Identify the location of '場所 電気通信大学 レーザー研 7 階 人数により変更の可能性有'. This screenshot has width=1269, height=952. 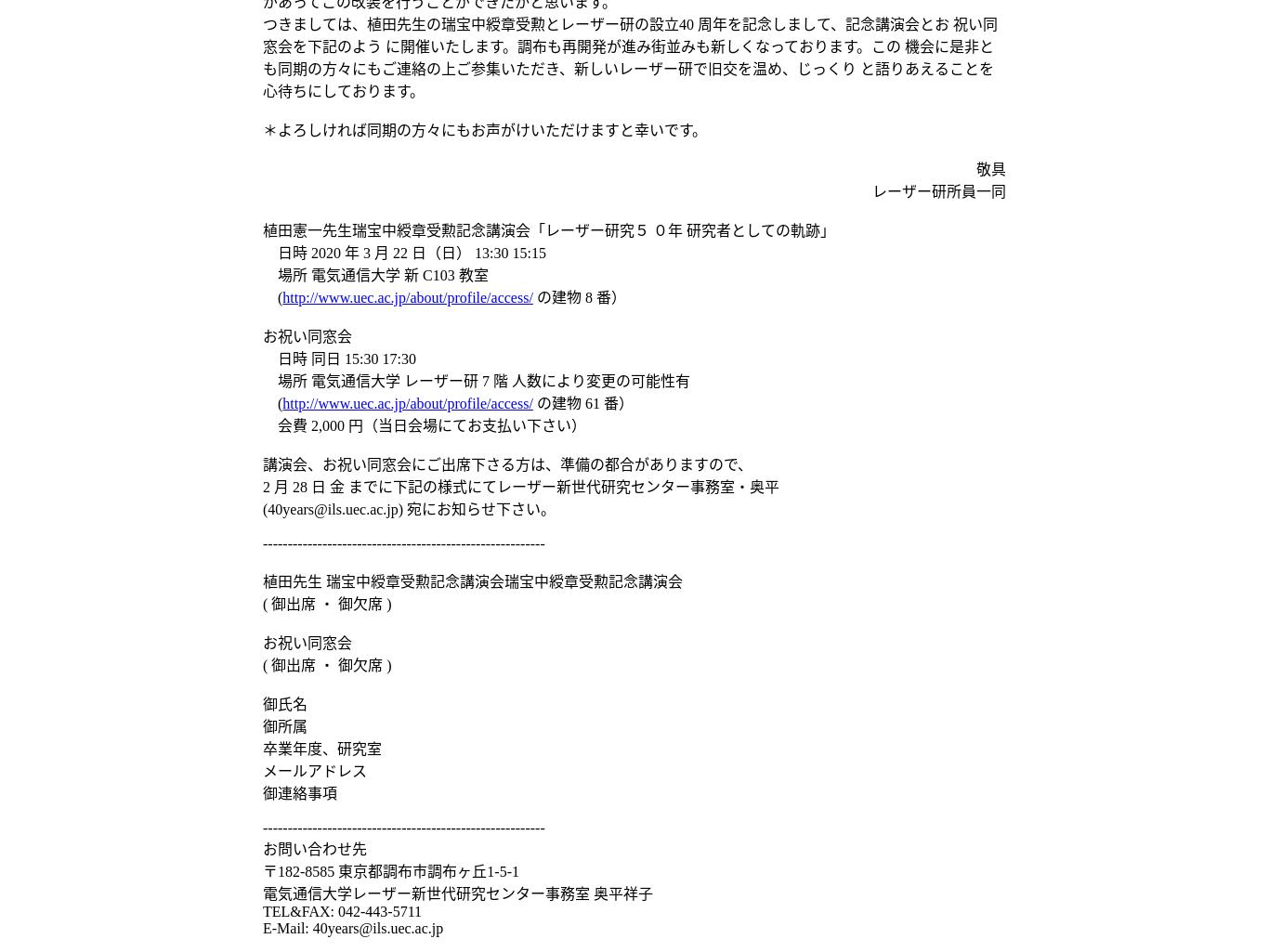
(476, 381).